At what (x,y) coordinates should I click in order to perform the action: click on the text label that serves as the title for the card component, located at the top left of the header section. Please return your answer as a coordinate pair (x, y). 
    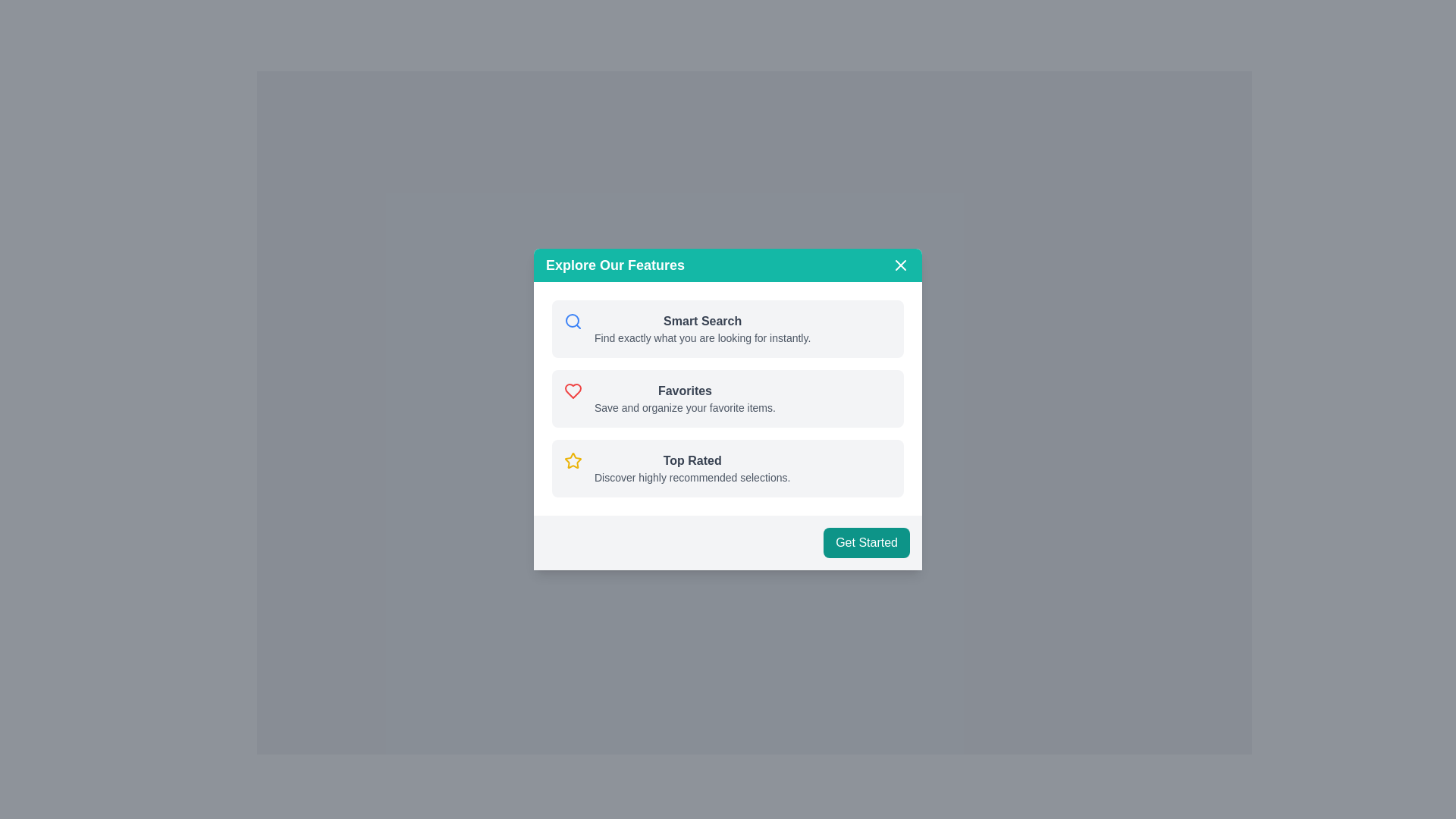
    Looking at the image, I should click on (615, 265).